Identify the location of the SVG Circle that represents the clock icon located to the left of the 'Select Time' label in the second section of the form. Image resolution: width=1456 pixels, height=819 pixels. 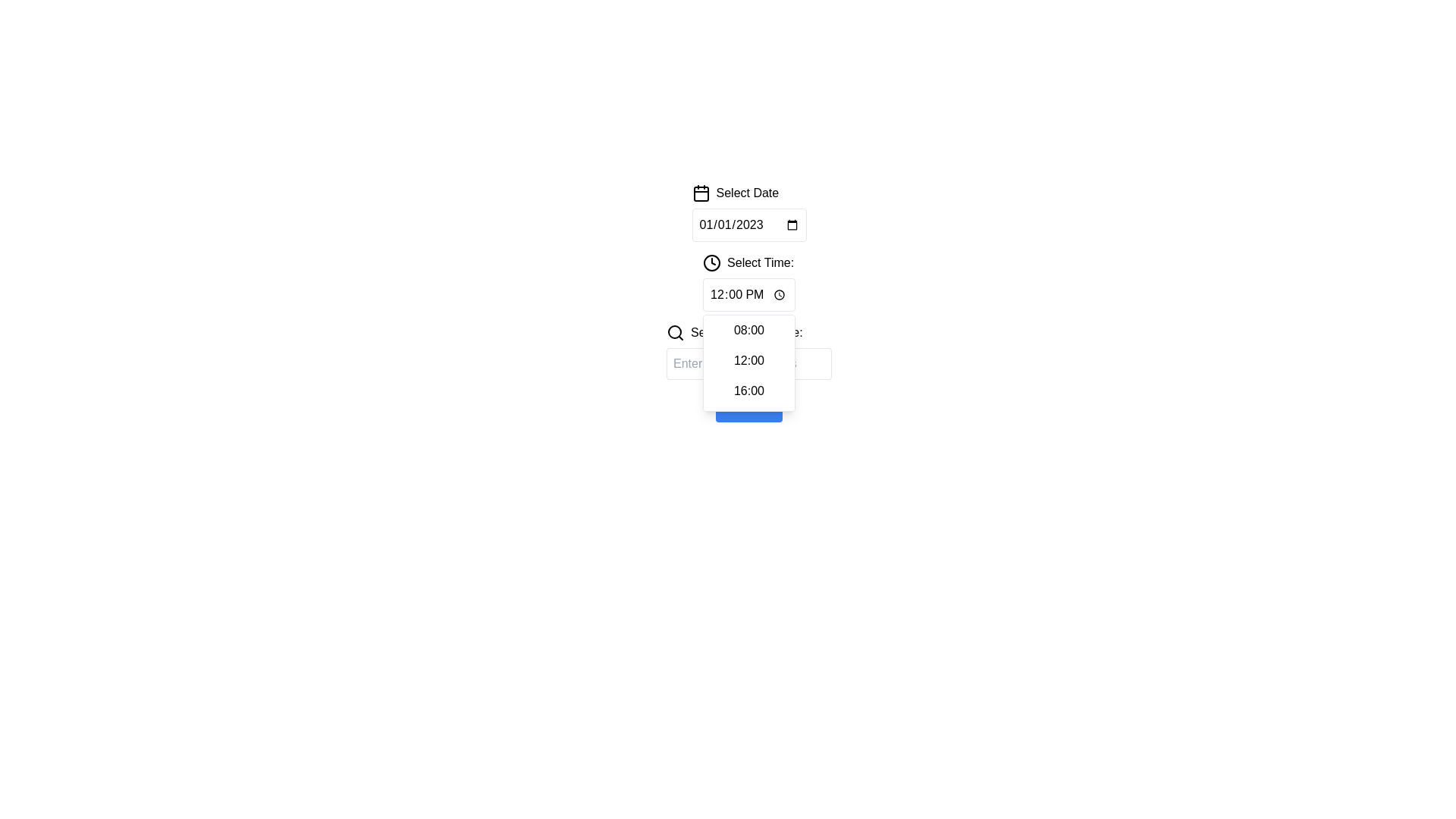
(711, 262).